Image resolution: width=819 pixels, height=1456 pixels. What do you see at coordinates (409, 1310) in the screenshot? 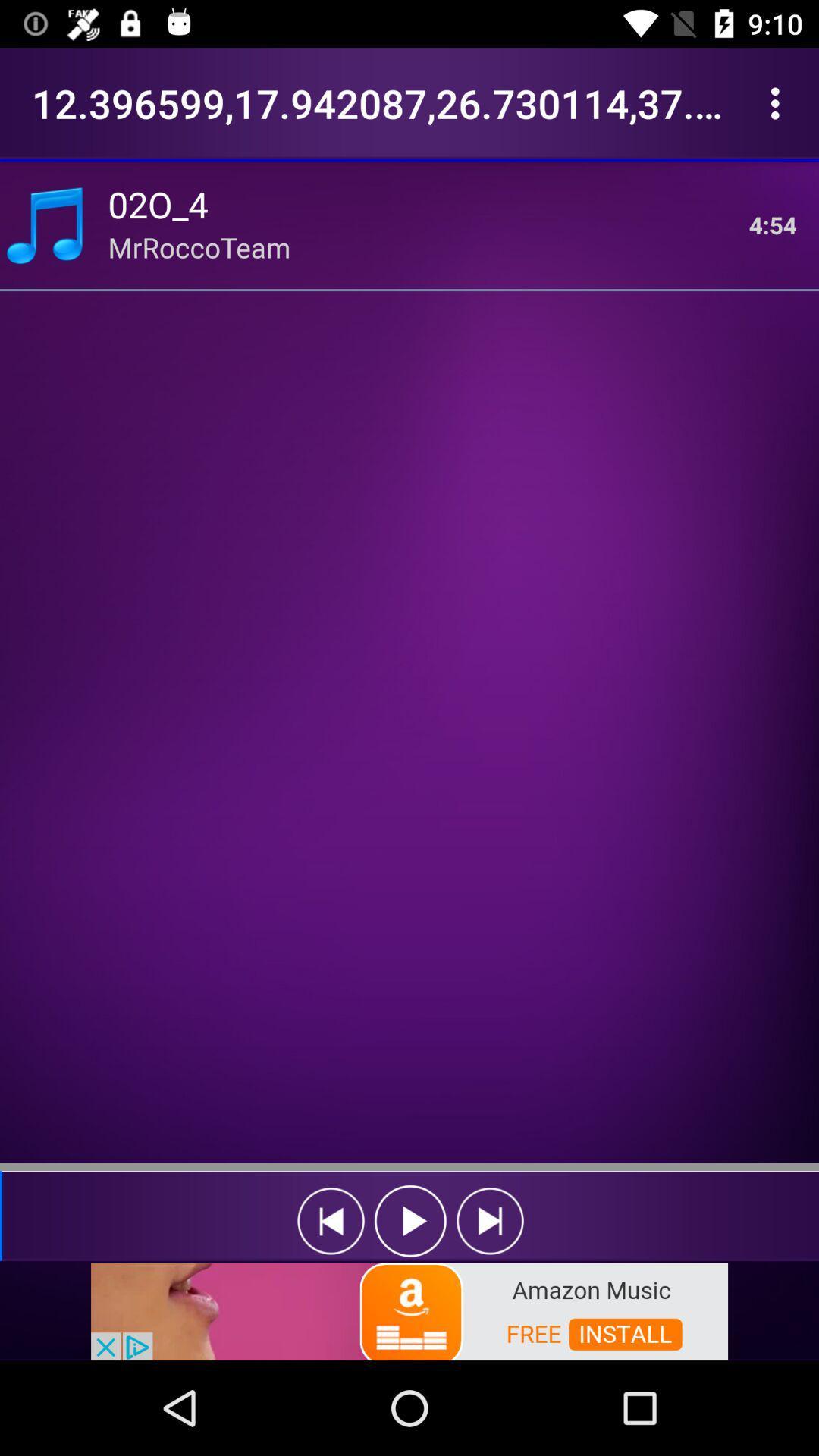
I see `advertisement` at bounding box center [409, 1310].